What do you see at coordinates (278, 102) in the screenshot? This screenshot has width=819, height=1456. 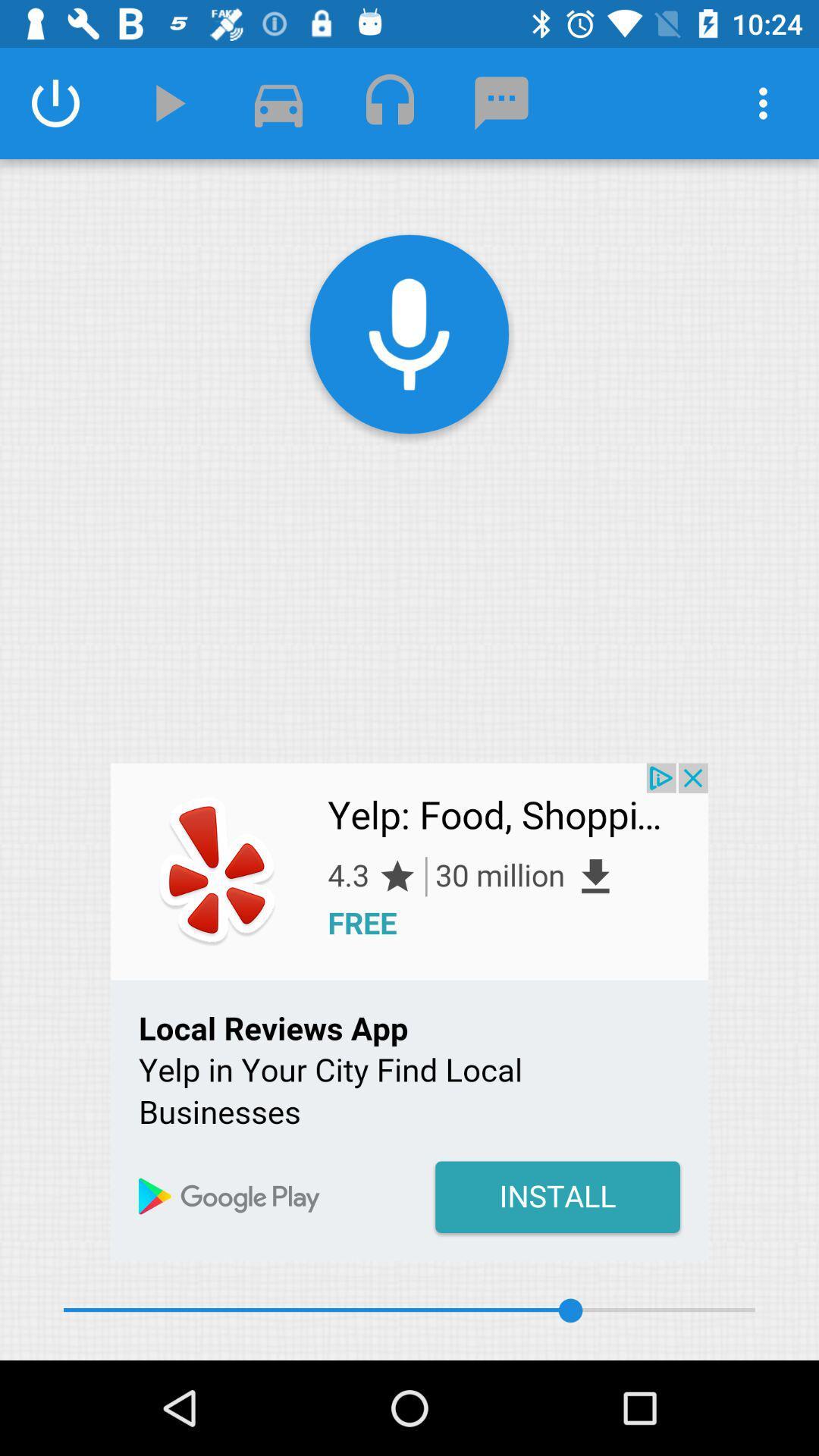 I see `the chat icon` at bounding box center [278, 102].